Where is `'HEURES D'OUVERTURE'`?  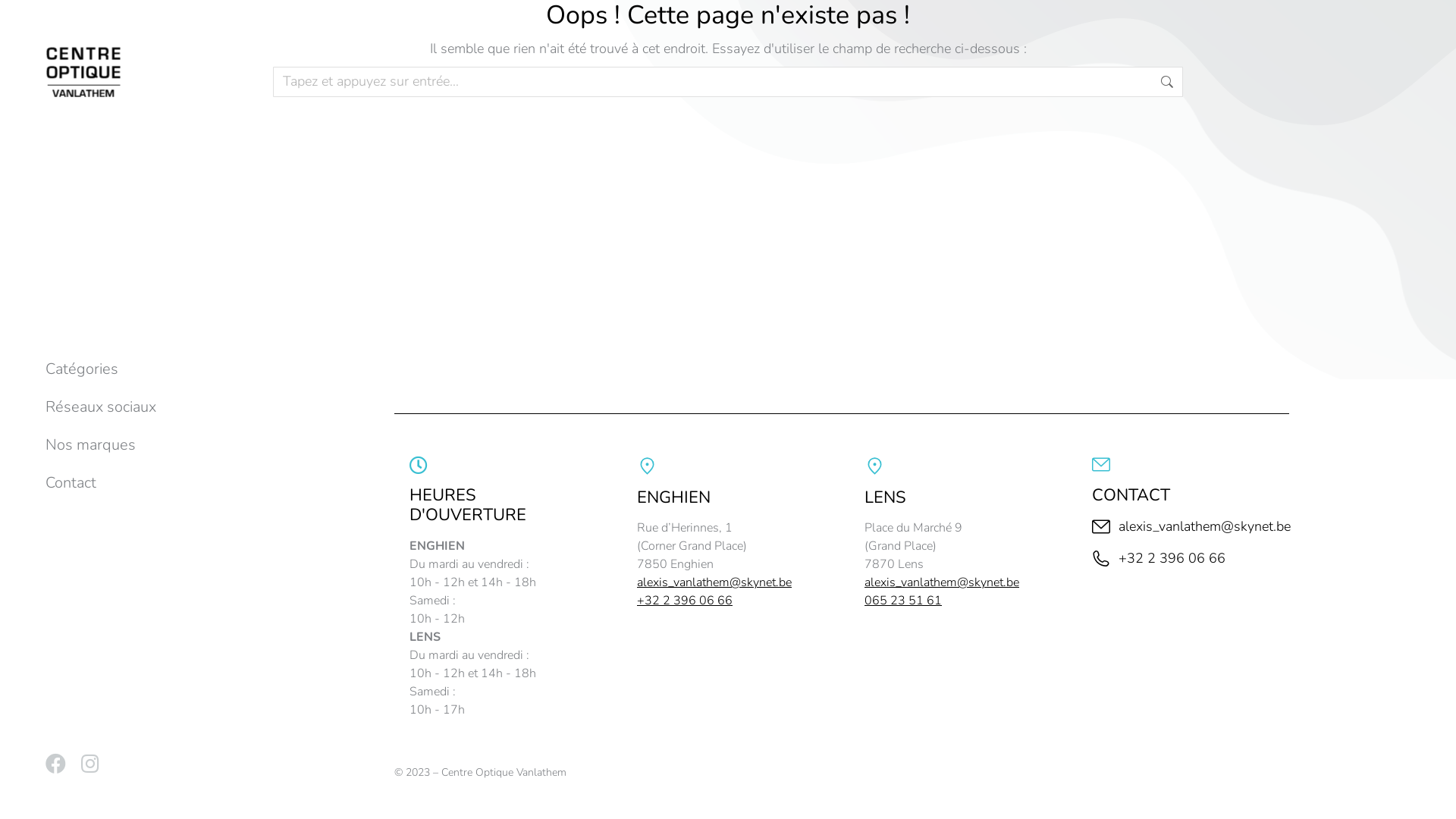
'HEURES D'OUVERTURE' is located at coordinates (467, 505).